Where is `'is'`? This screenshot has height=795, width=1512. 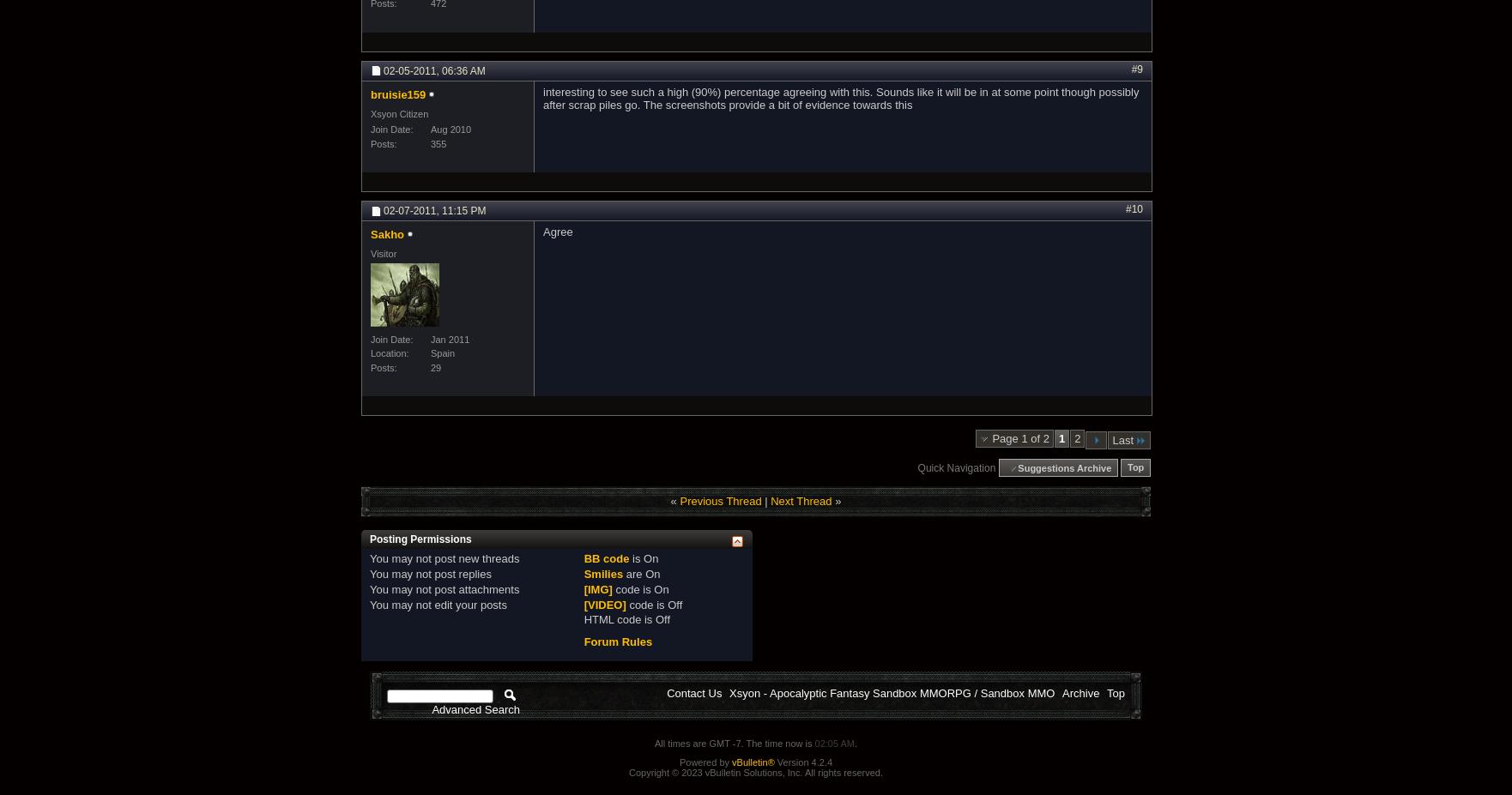 'is' is located at coordinates (627, 557).